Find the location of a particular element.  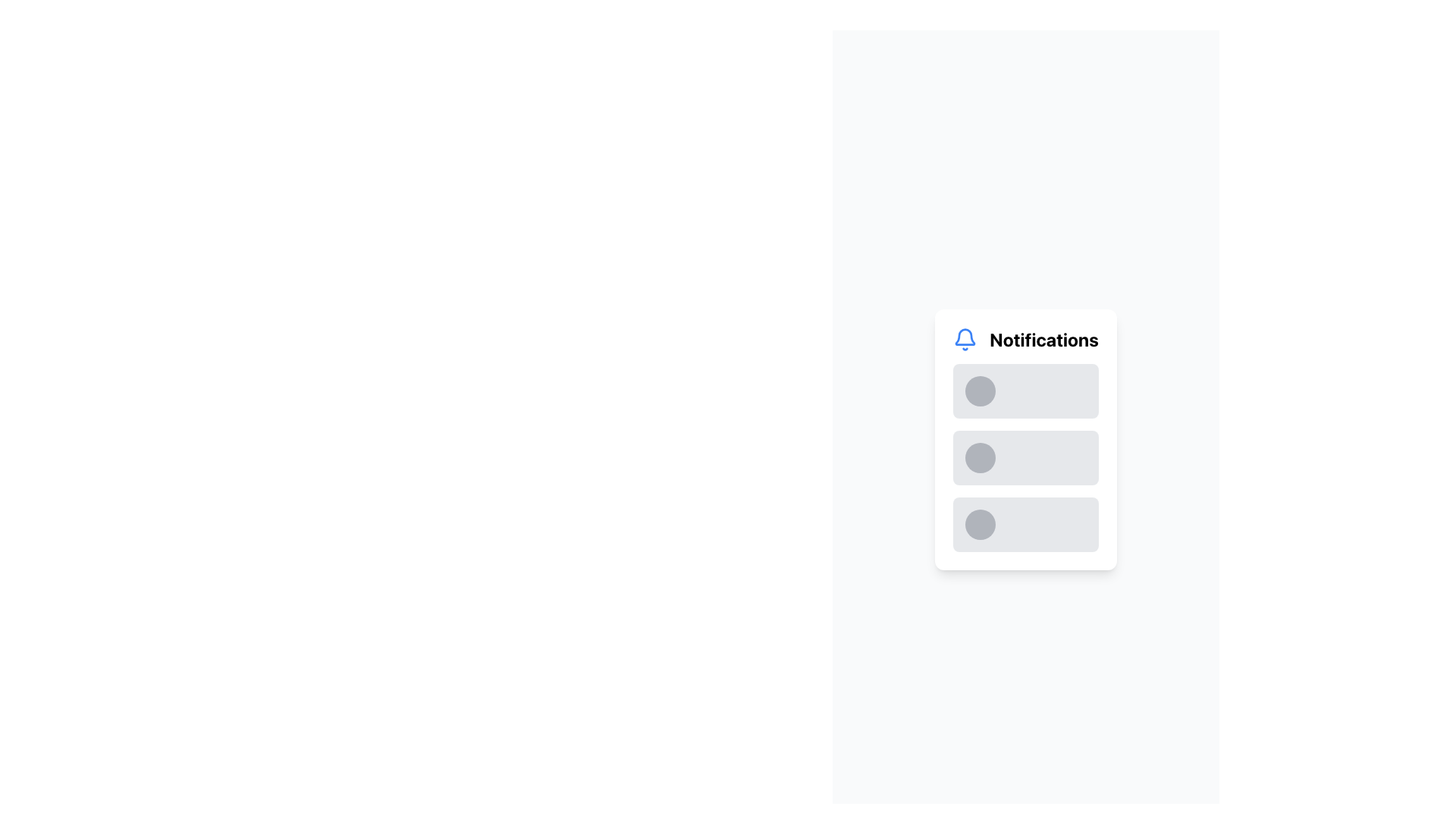

the circular placeholder decorative element, which is styled with a gray background and a rounded border, located at the top of a vertically aligned list within a notification card UI is located at coordinates (981, 391).